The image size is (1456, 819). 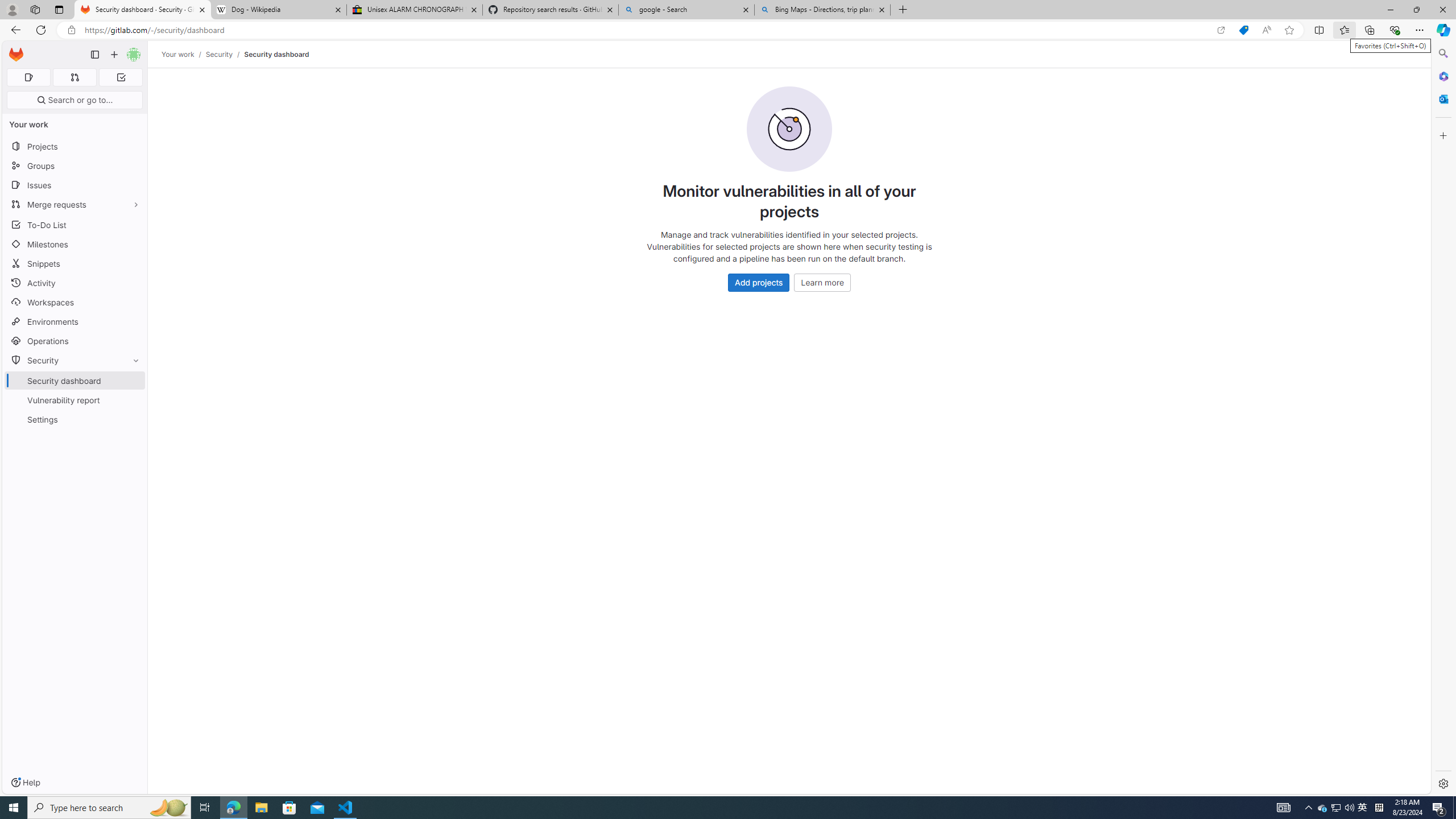 What do you see at coordinates (1442, 98) in the screenshot?
I see `'Outlook'` at bounding box center [1442, 98].